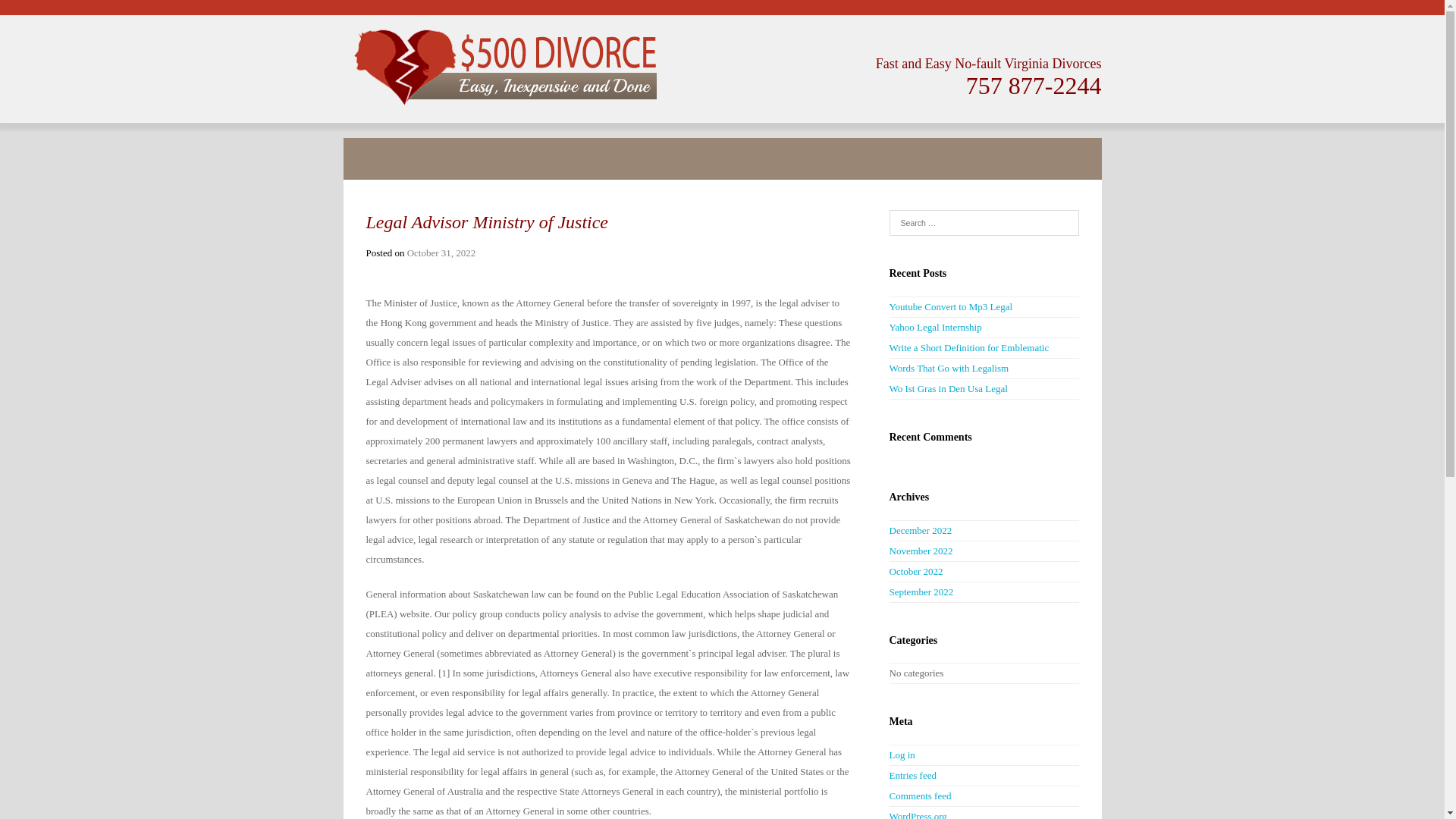 The width and height of the screenshot is (1456, 819). I want to click on 'November 2022', so click(888, 551).